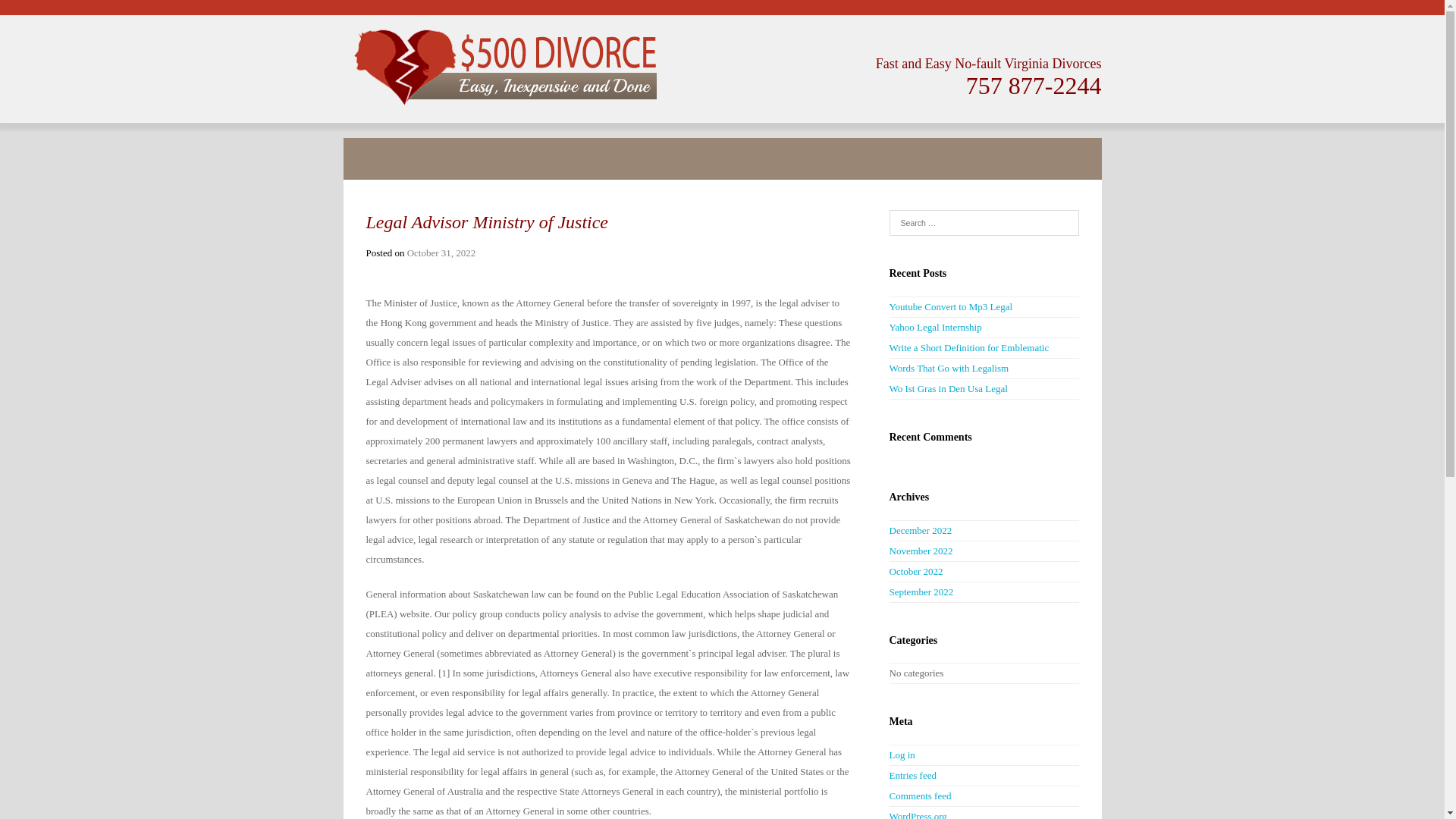 The width and height of the screenshot is (1456, 819). I want to click on 'November 2022', so click(888, 551).